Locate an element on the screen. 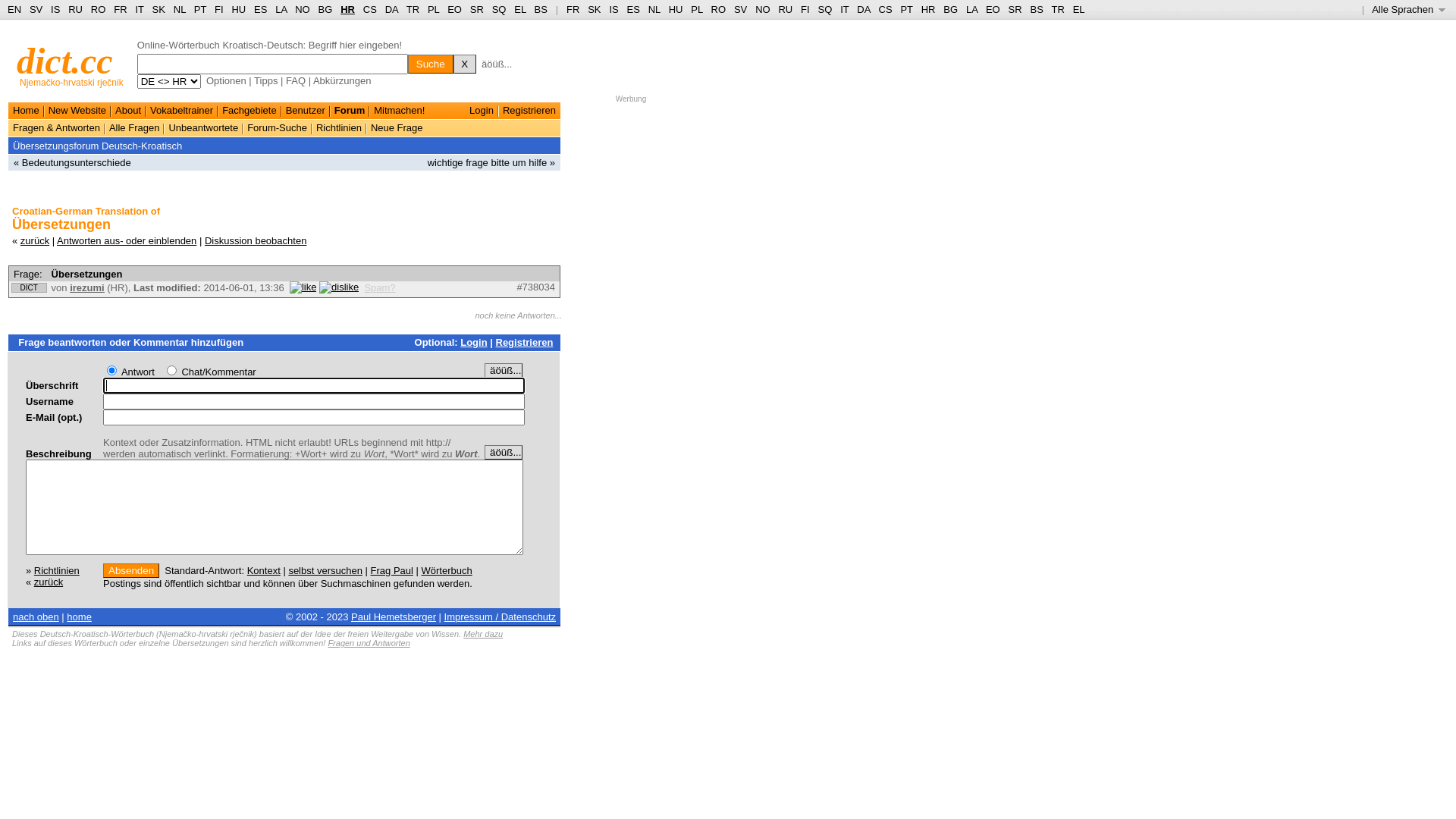 This screenshot has height=819, width=1456. 'dict.cc' is located at coordinates (64, 60).